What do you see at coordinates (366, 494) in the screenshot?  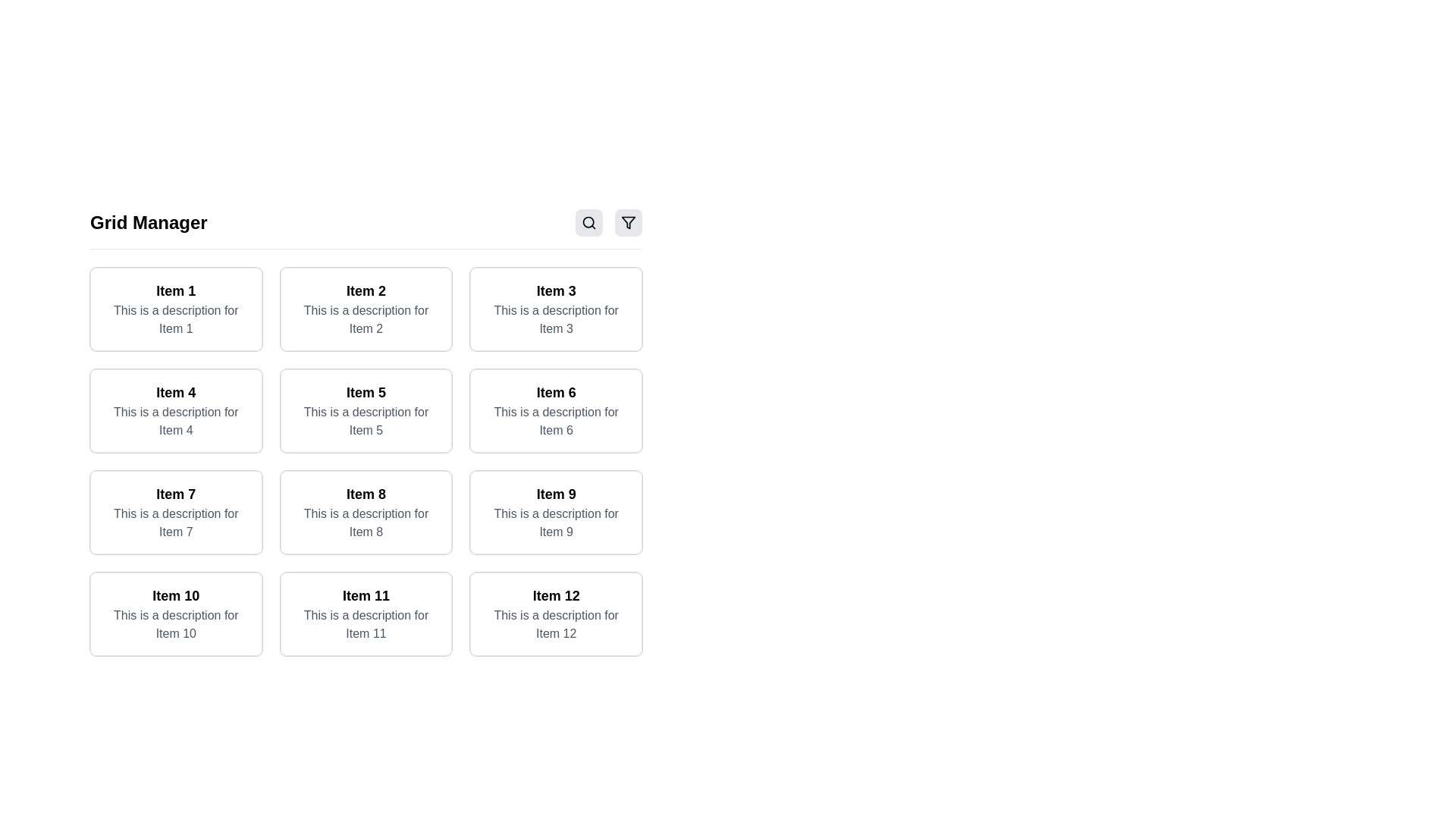 I see `the text label that identifies the grid item as 'Item 8', which is located in the third row, second column of a 4x3 grid layout` at bounding box center [366, 494].